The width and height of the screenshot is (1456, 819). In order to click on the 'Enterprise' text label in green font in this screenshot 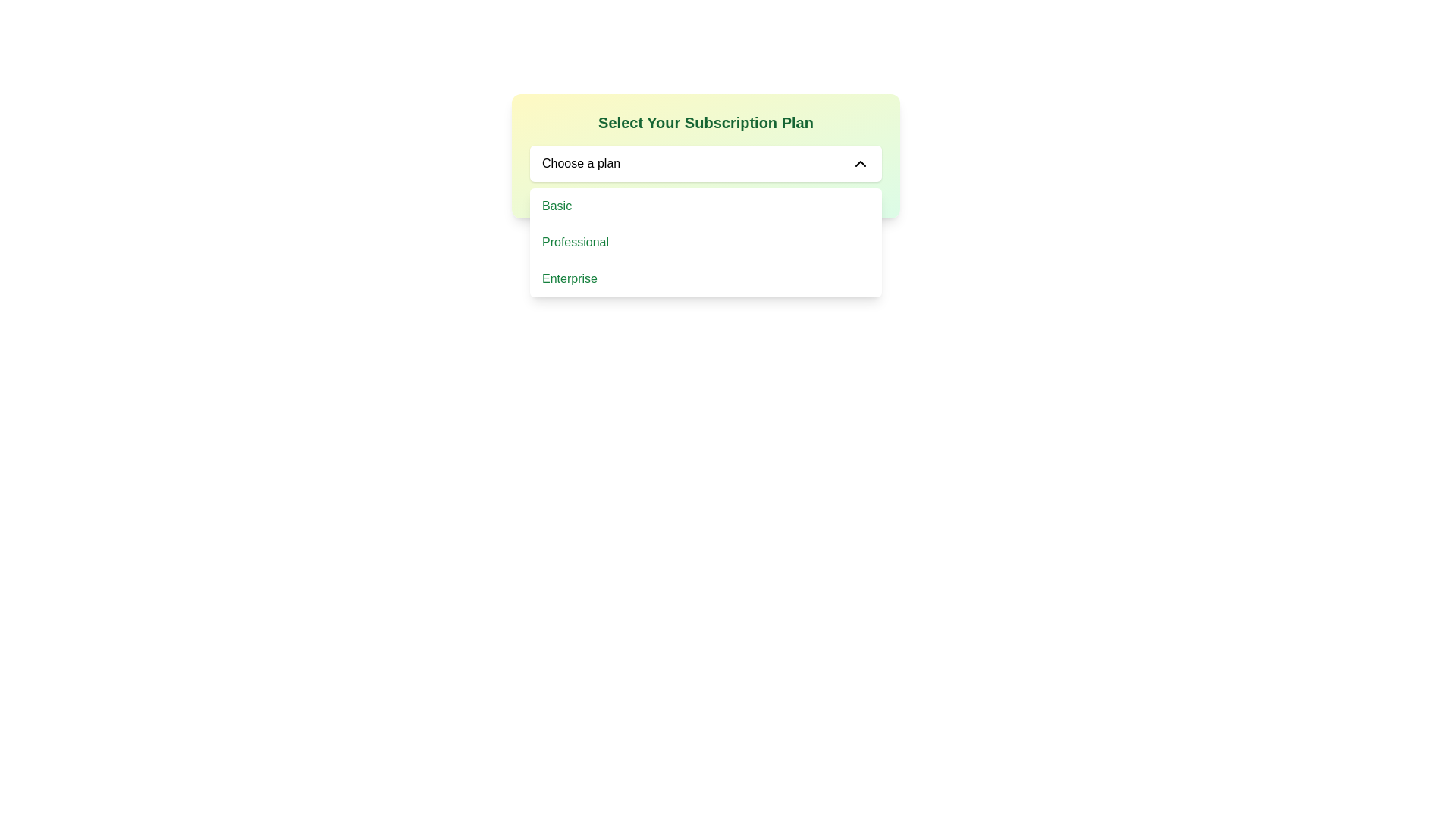, I will do `click(569, 278)`.